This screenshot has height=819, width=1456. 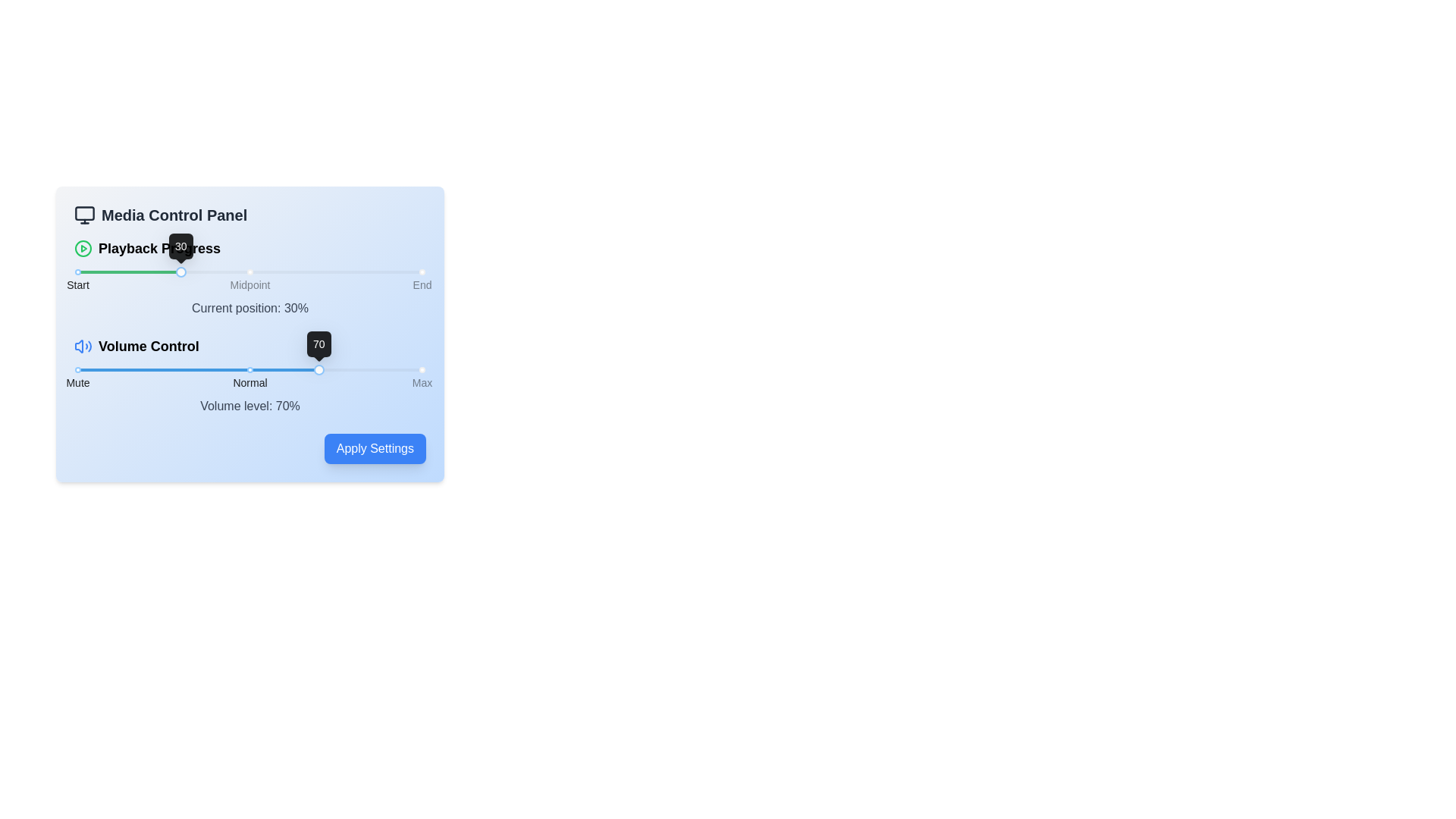 I want to click on the text label 'Media Control Panel' which is styled in a large, bold font and located prominently at the top of the interface, so click(x=174, y=215).